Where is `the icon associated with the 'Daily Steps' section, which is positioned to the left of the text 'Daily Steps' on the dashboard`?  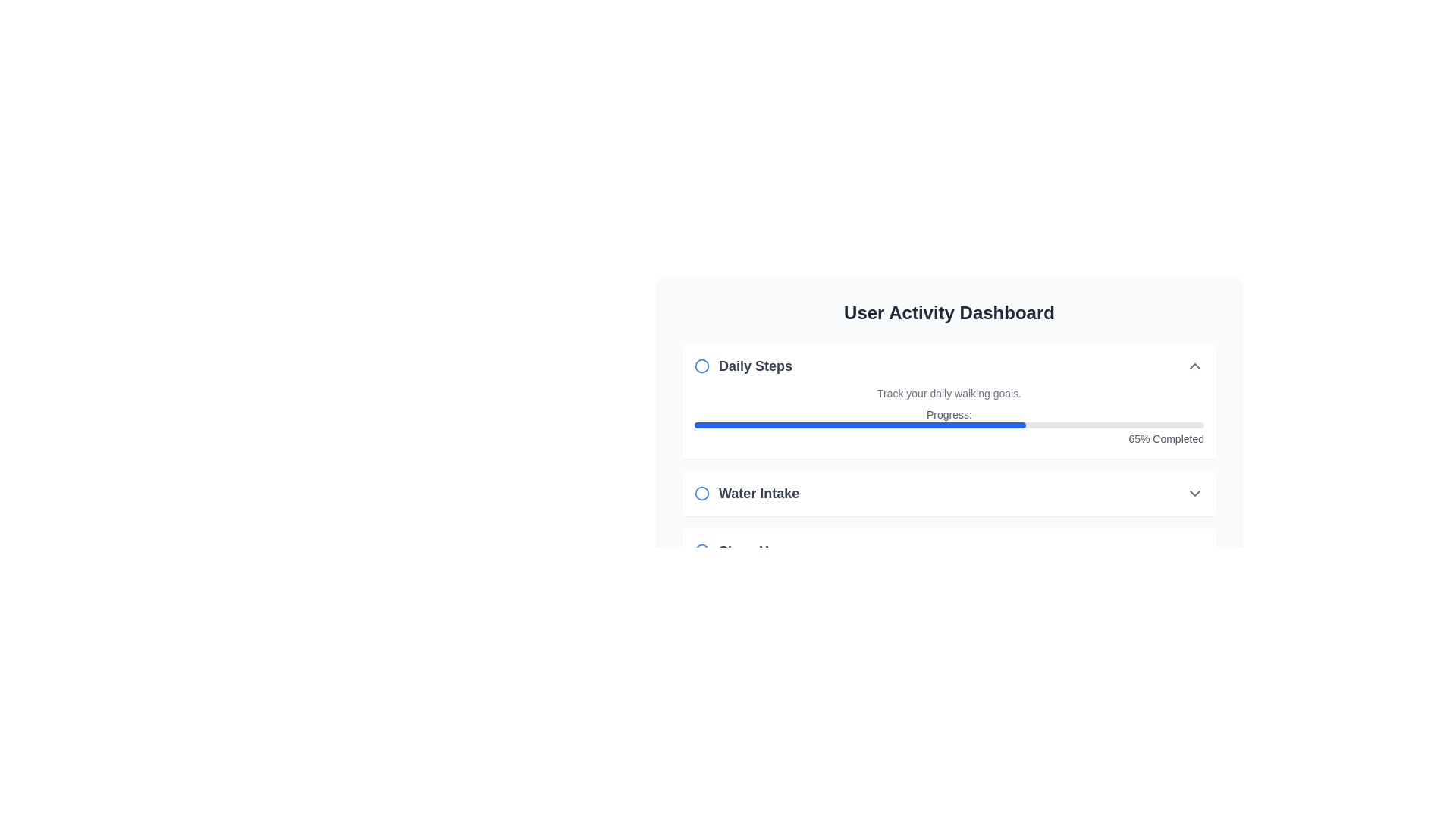 the icon associated with the 'Daily Steps' section, which is positioned to the left of the text 'Daily Steps' on the dashboard is located at coordinates (701, 366).